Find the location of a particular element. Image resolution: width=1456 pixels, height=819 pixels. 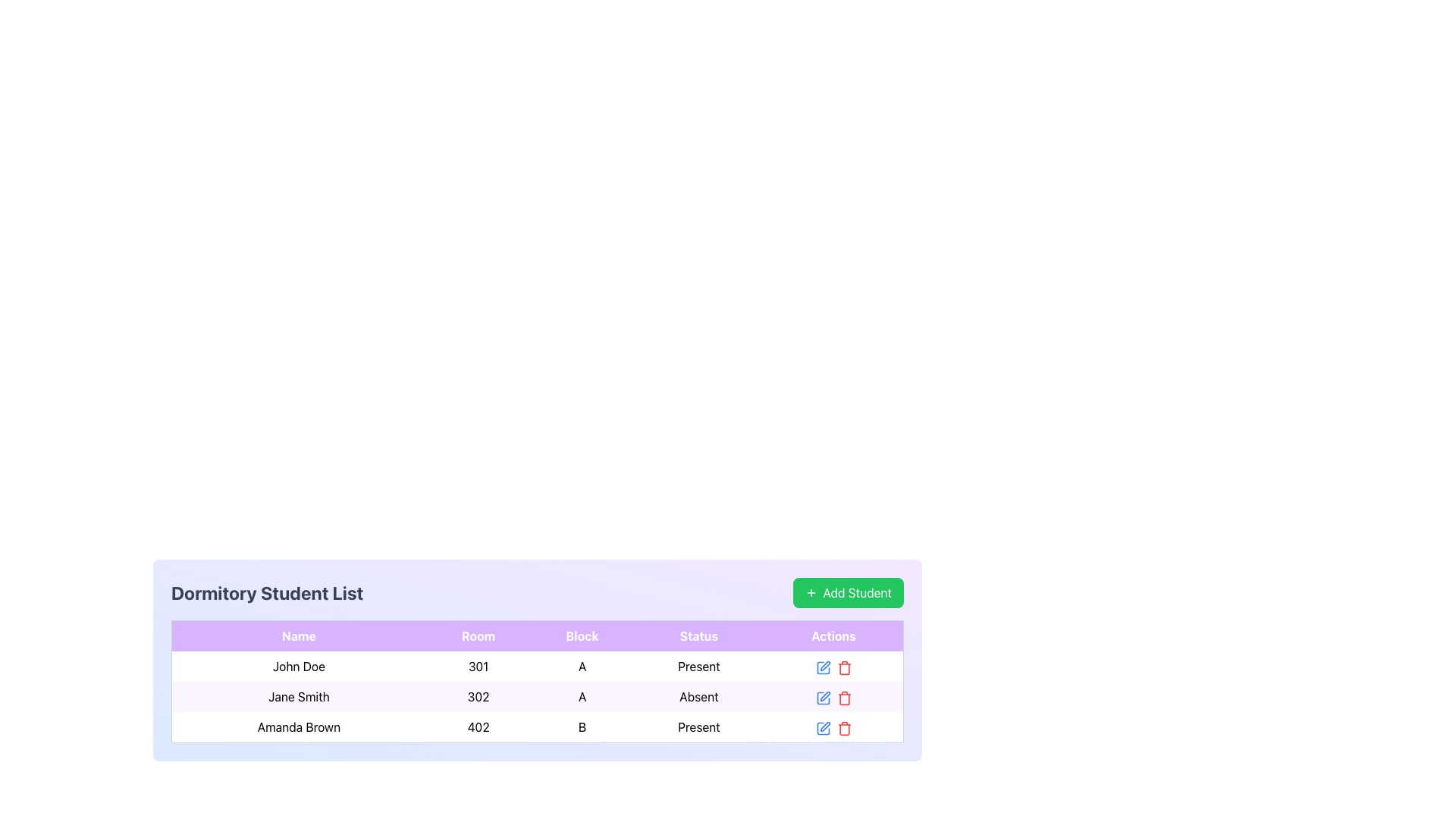

the green rectangular button labeled '+ Add Student' is located at coordinates (847, 592).